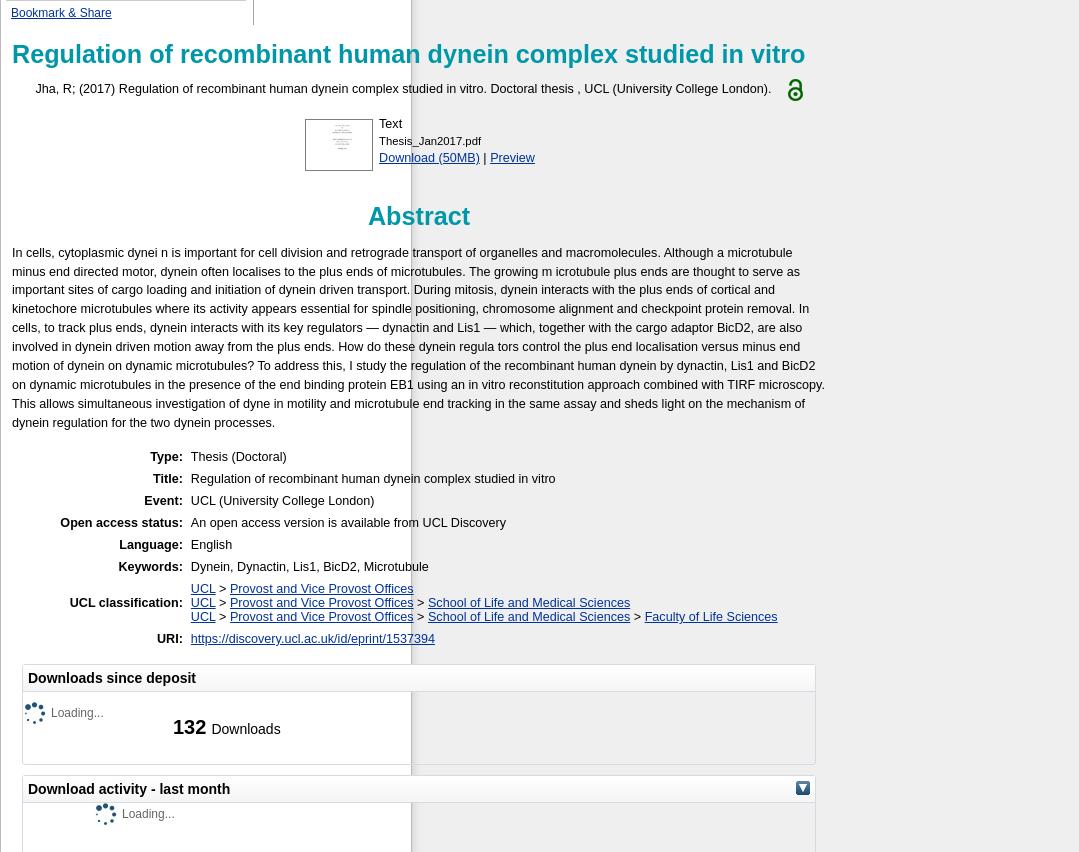 The height and width of the screenshot is (852, 1079). I want to click on '|', so click(483, 156).